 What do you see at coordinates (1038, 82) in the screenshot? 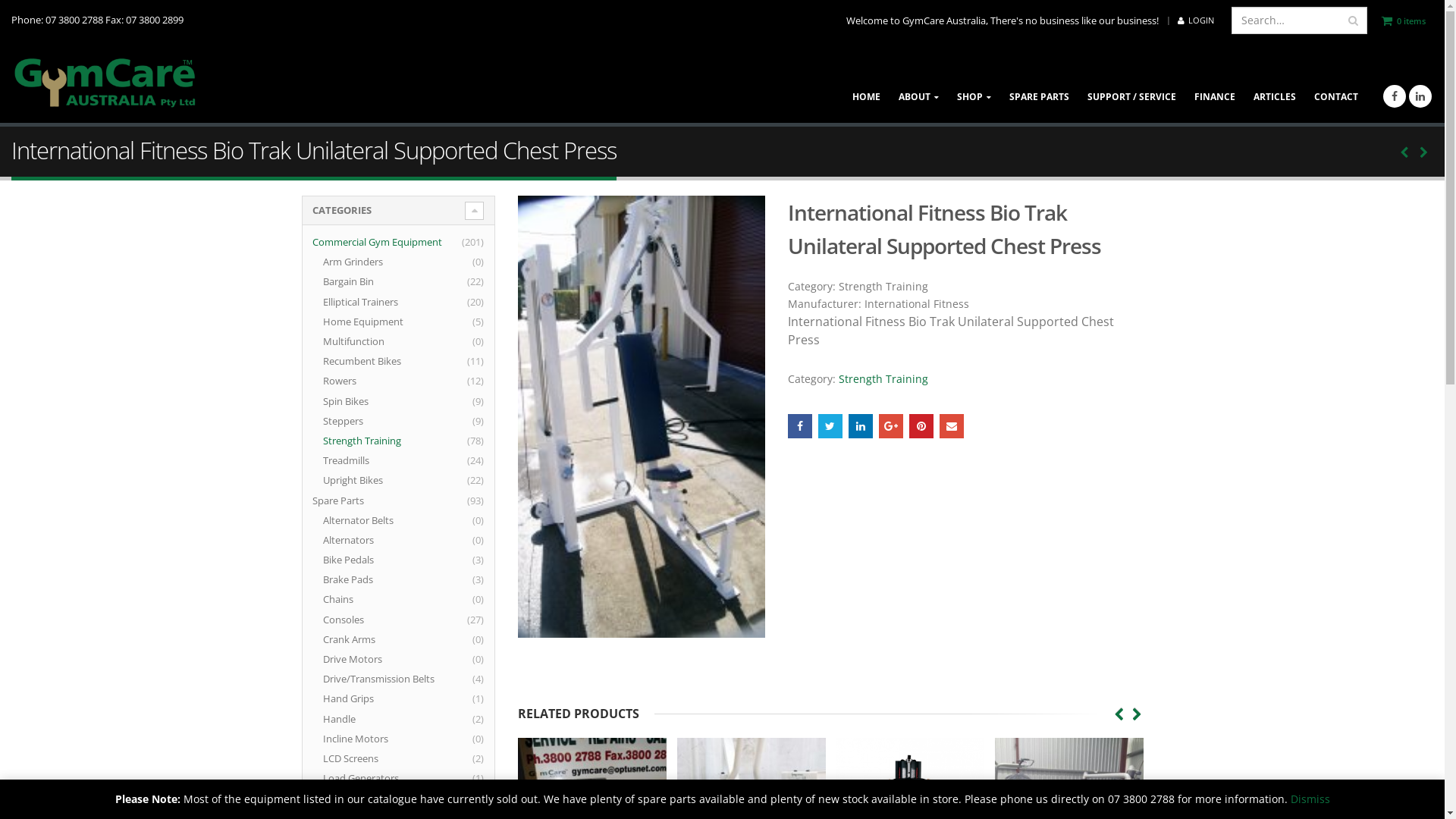
I see `'SPARE PARTS'` at bounding box center [1038, 82].